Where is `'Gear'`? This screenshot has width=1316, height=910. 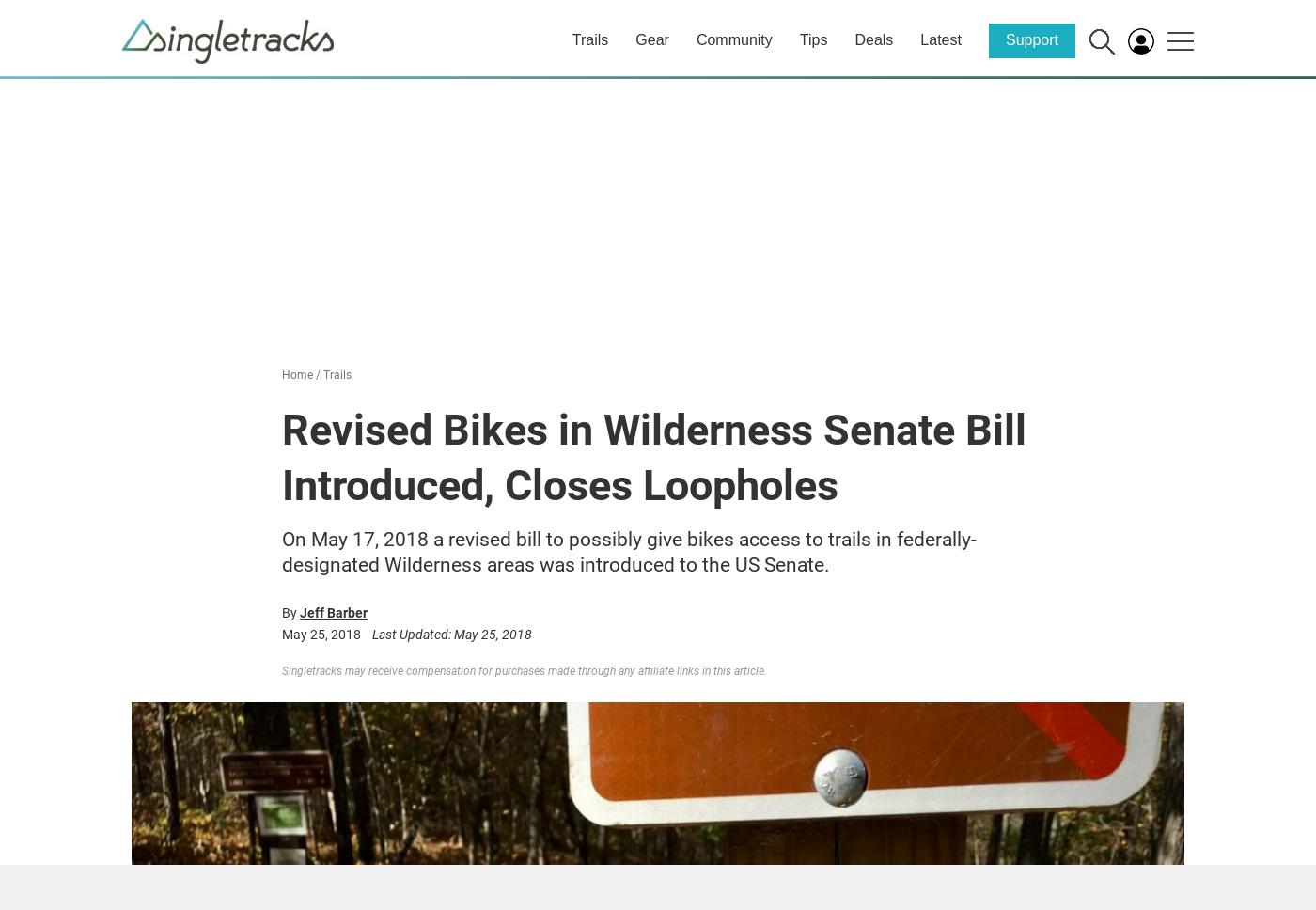 'Gear' is located at coordinates (635, 39).